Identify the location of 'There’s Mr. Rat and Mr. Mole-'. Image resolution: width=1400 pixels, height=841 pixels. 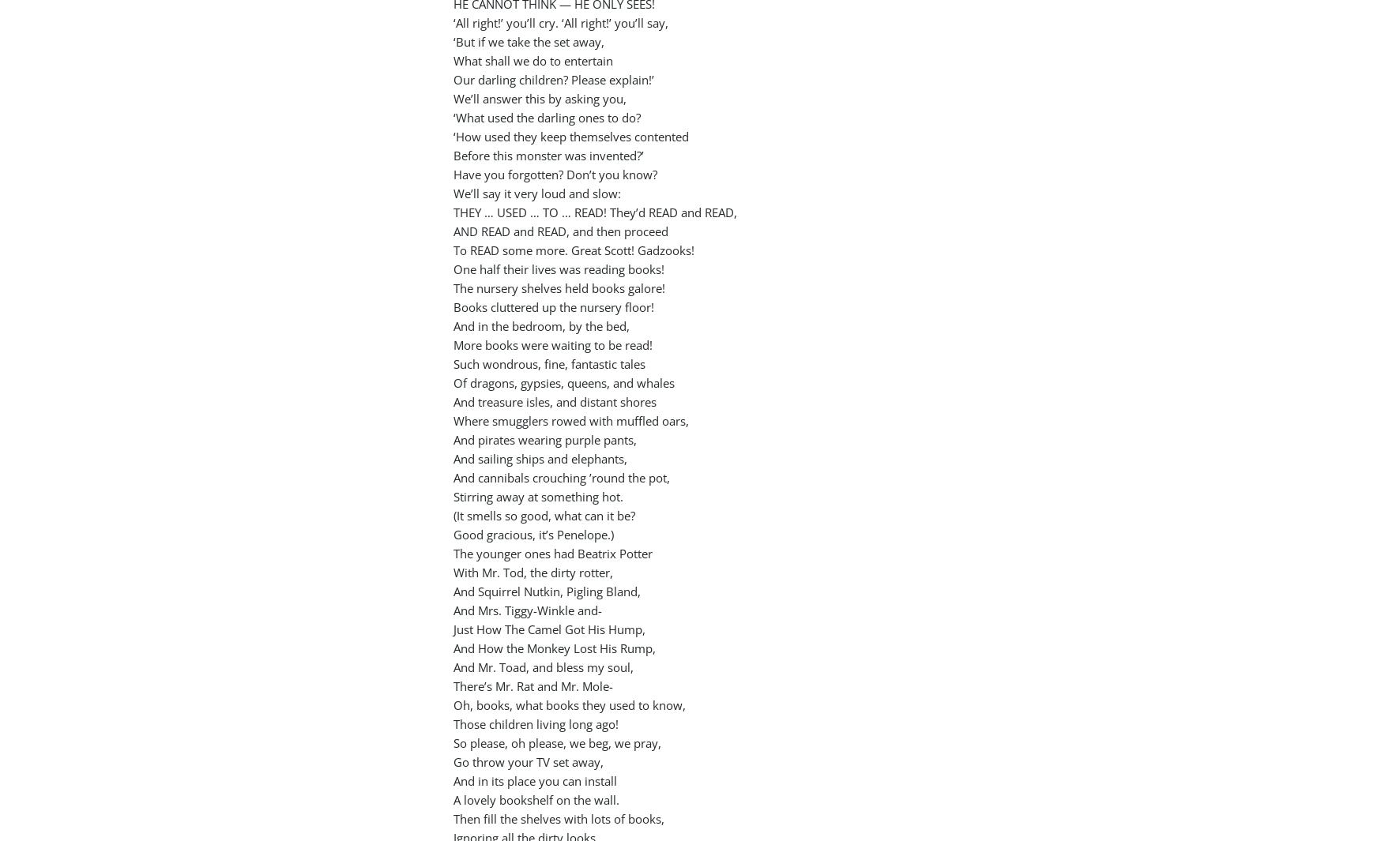
(534, 686).